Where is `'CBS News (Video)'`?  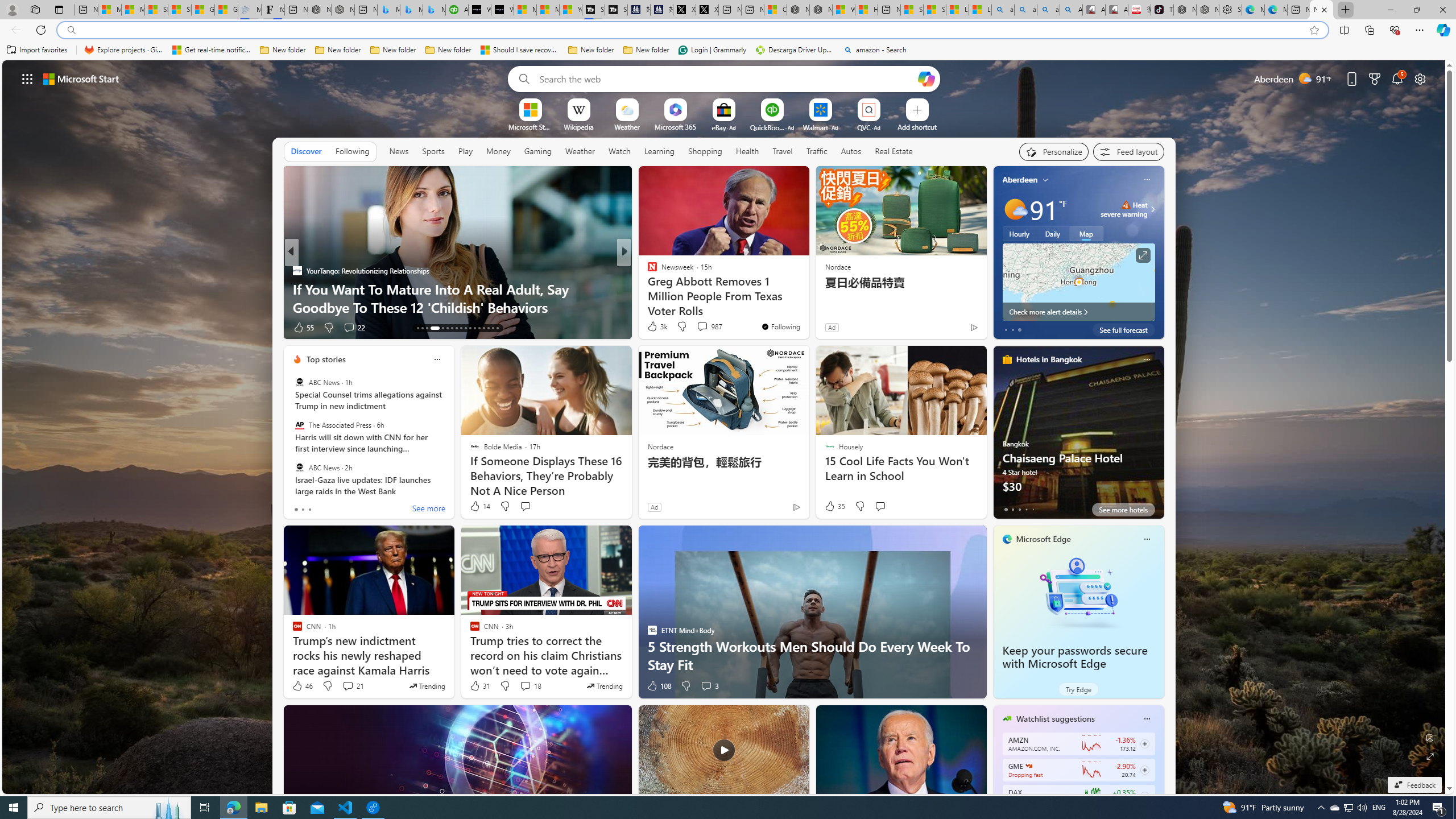 'CBS News (Video)' is located at coordinates (647, 270).